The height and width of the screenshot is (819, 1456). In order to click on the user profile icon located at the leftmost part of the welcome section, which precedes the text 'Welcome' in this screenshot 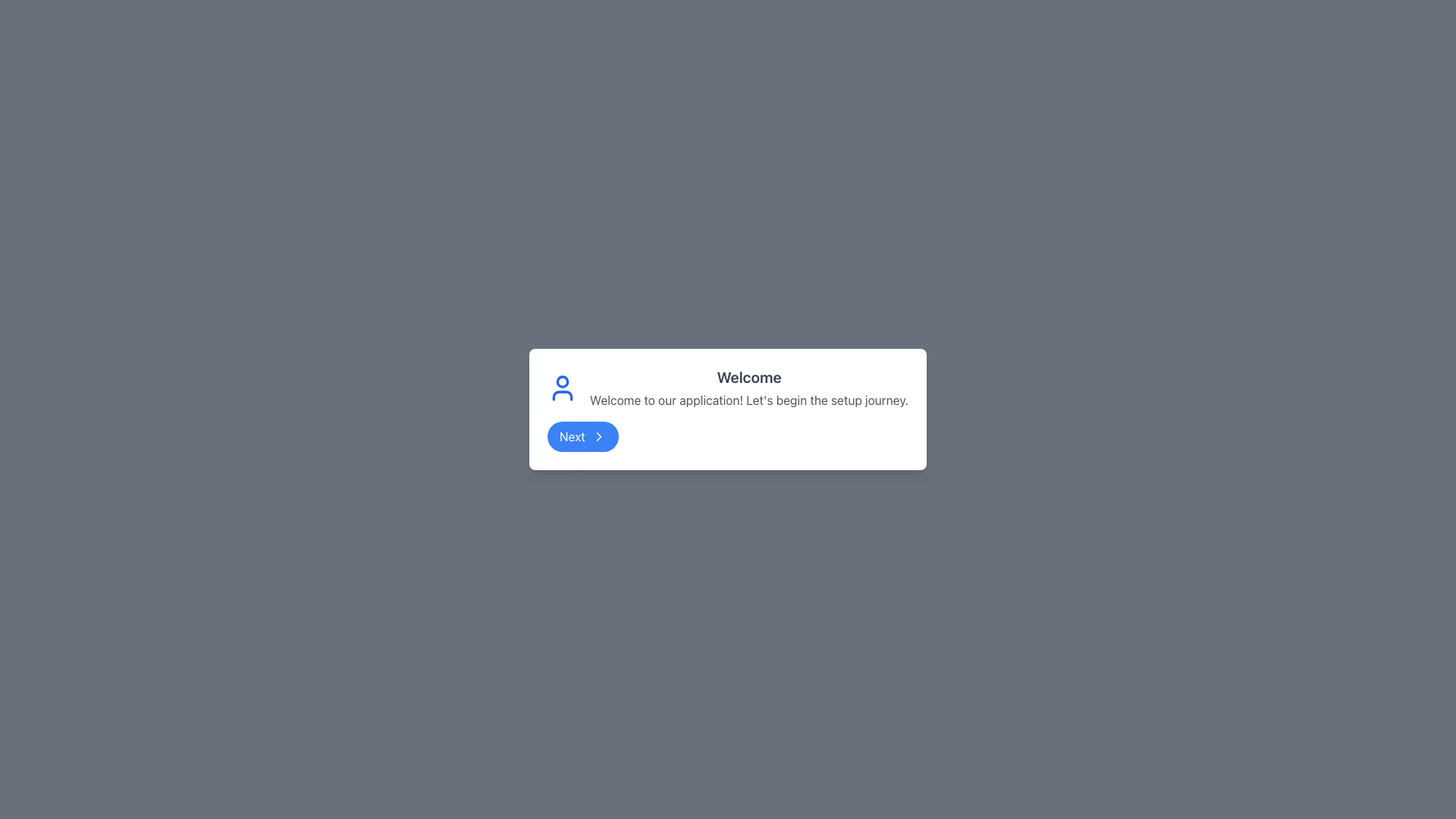, I will do `click(561, 388)`.